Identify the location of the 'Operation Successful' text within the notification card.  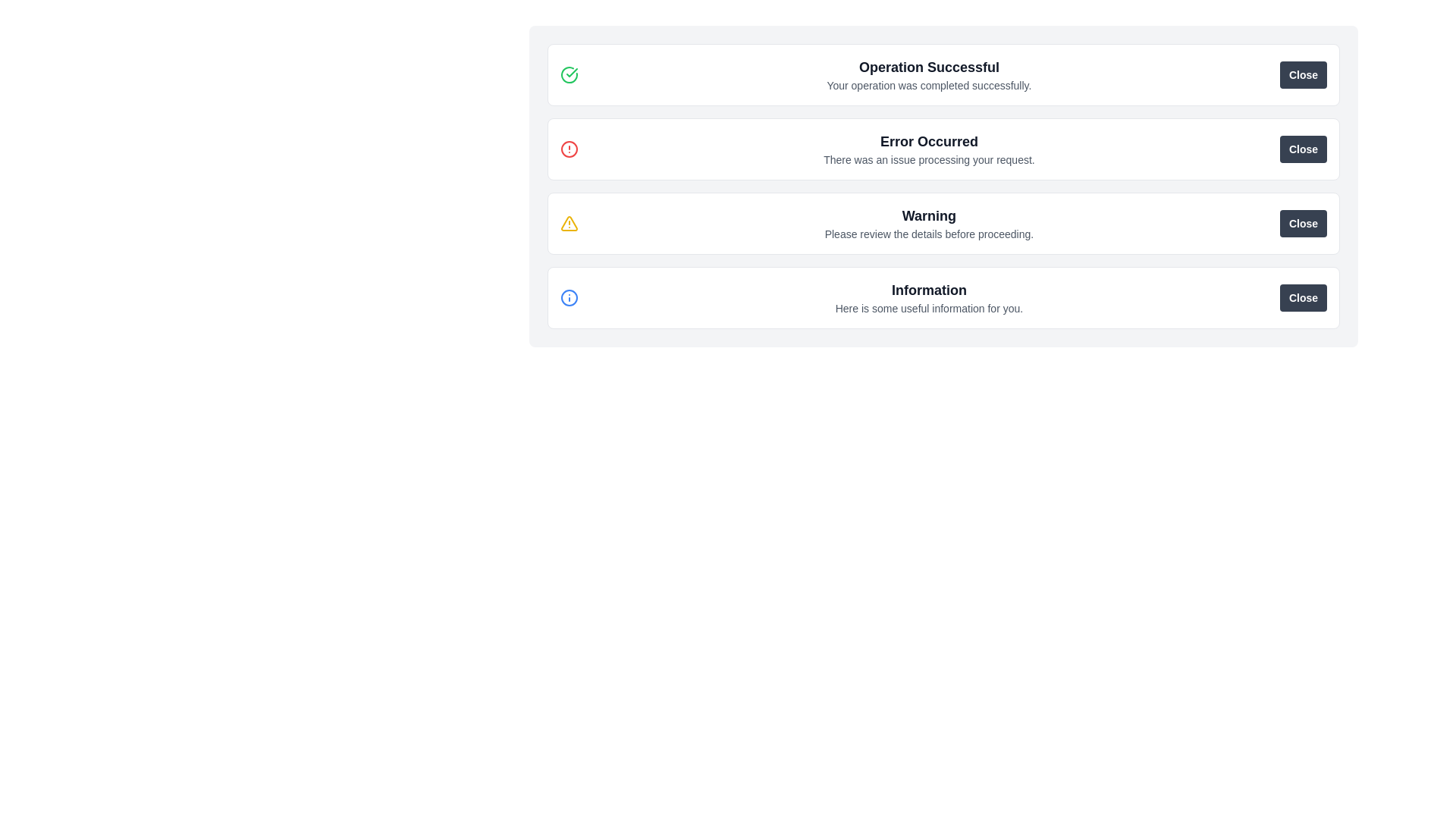
(928, 75).